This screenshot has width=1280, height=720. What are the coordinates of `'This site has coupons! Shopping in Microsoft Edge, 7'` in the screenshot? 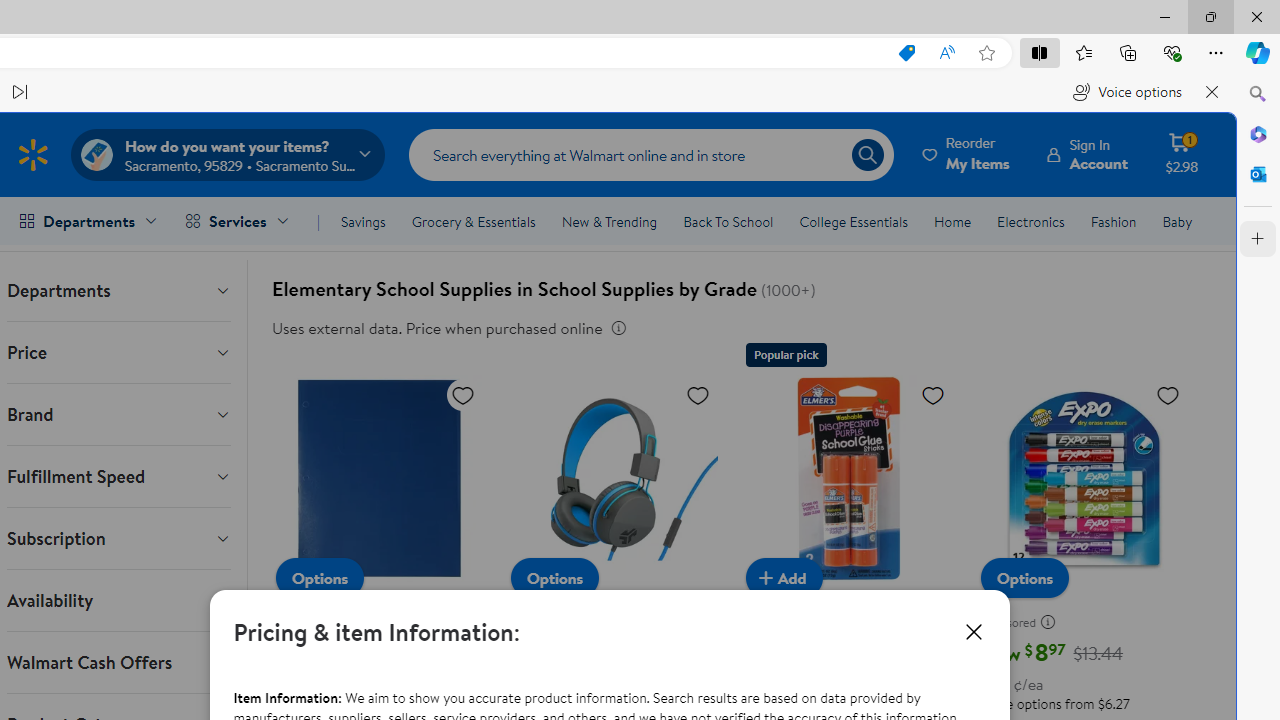 It's located at (905, 52).